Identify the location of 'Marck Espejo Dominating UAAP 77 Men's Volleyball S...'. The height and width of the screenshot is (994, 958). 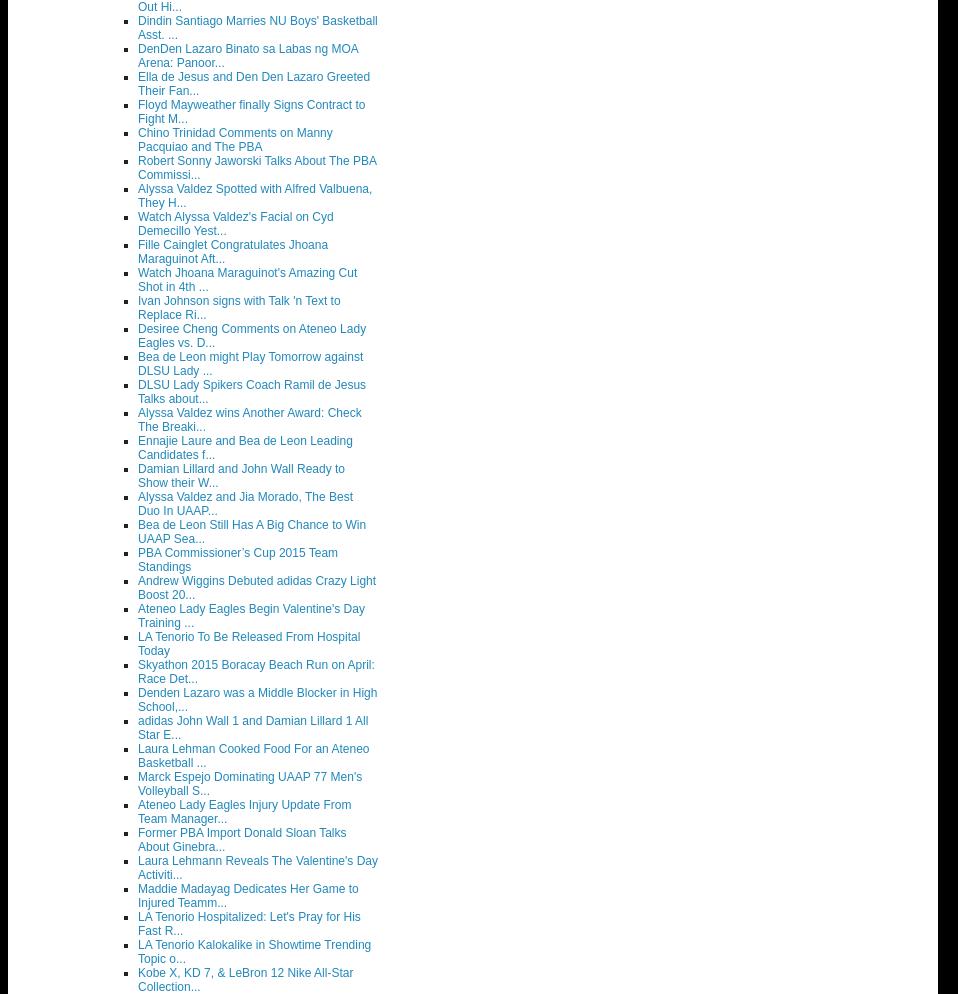
(250, 783).